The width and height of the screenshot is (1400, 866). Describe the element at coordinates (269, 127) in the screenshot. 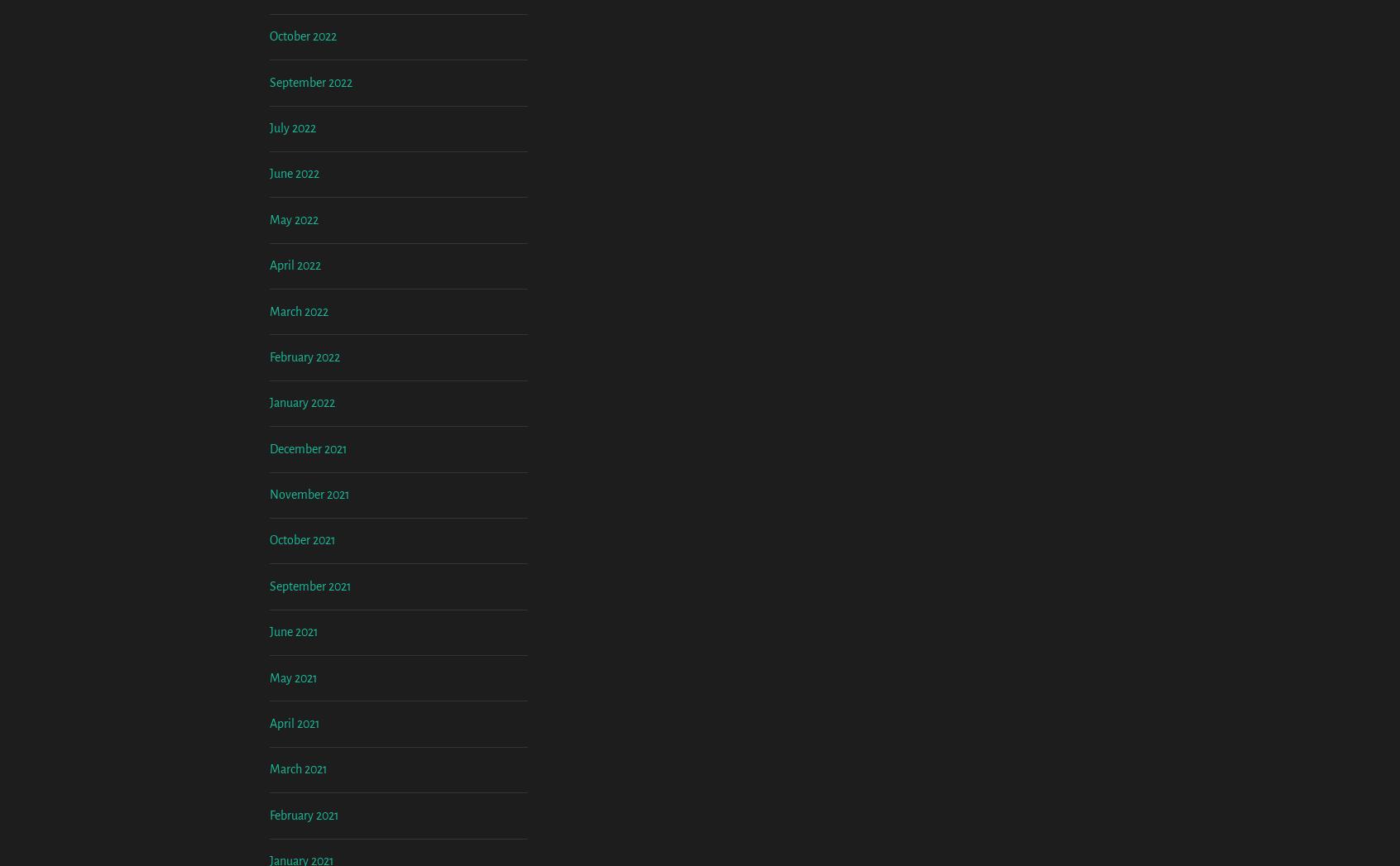

I see `'November 2022'` at that location.